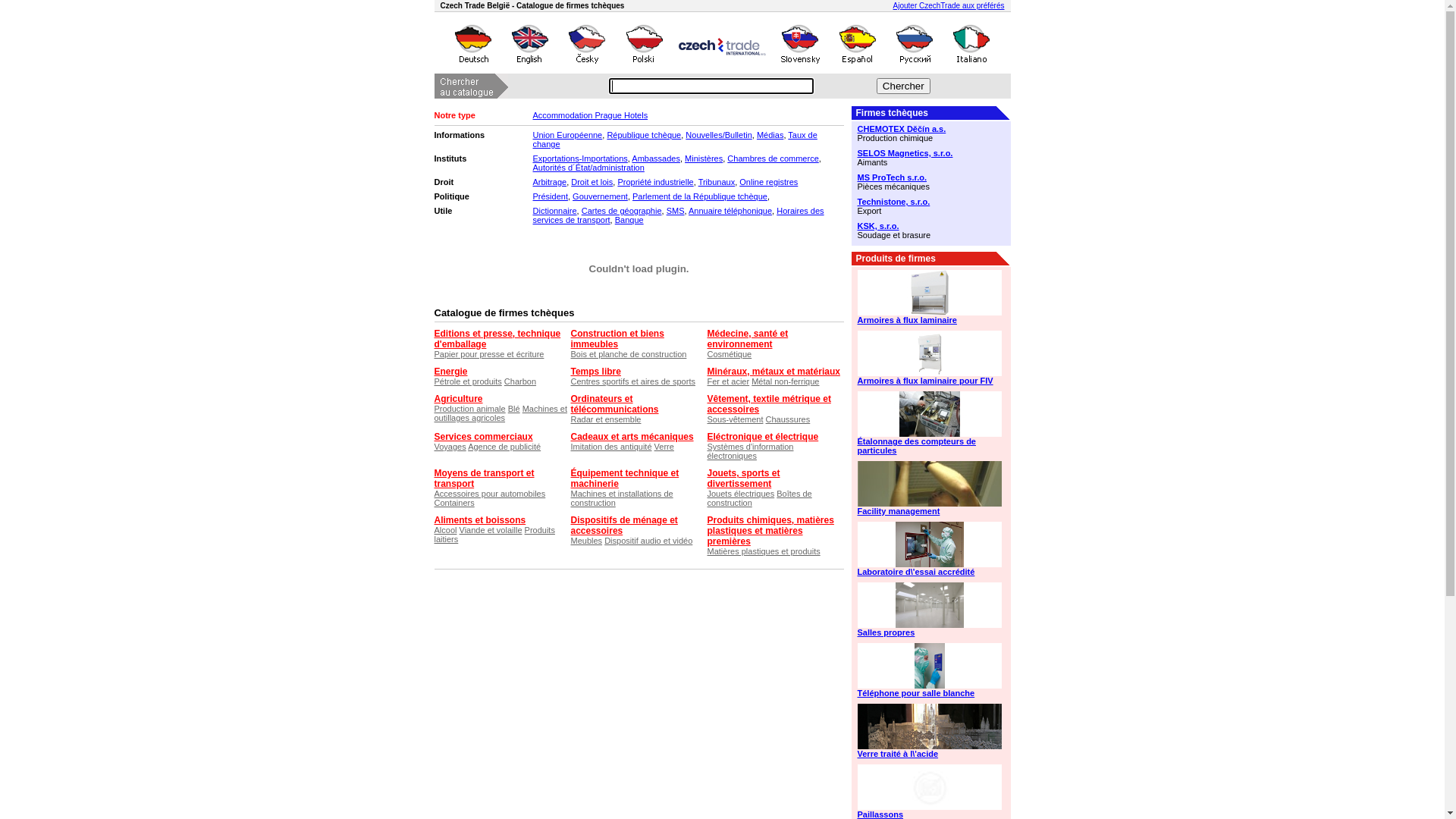 The height and width of the screenshot is (819, 1456). What do you see at coordinates (570, 540) in the screenshot?
I see `'Meubles'` at bounding box center [570, 540].